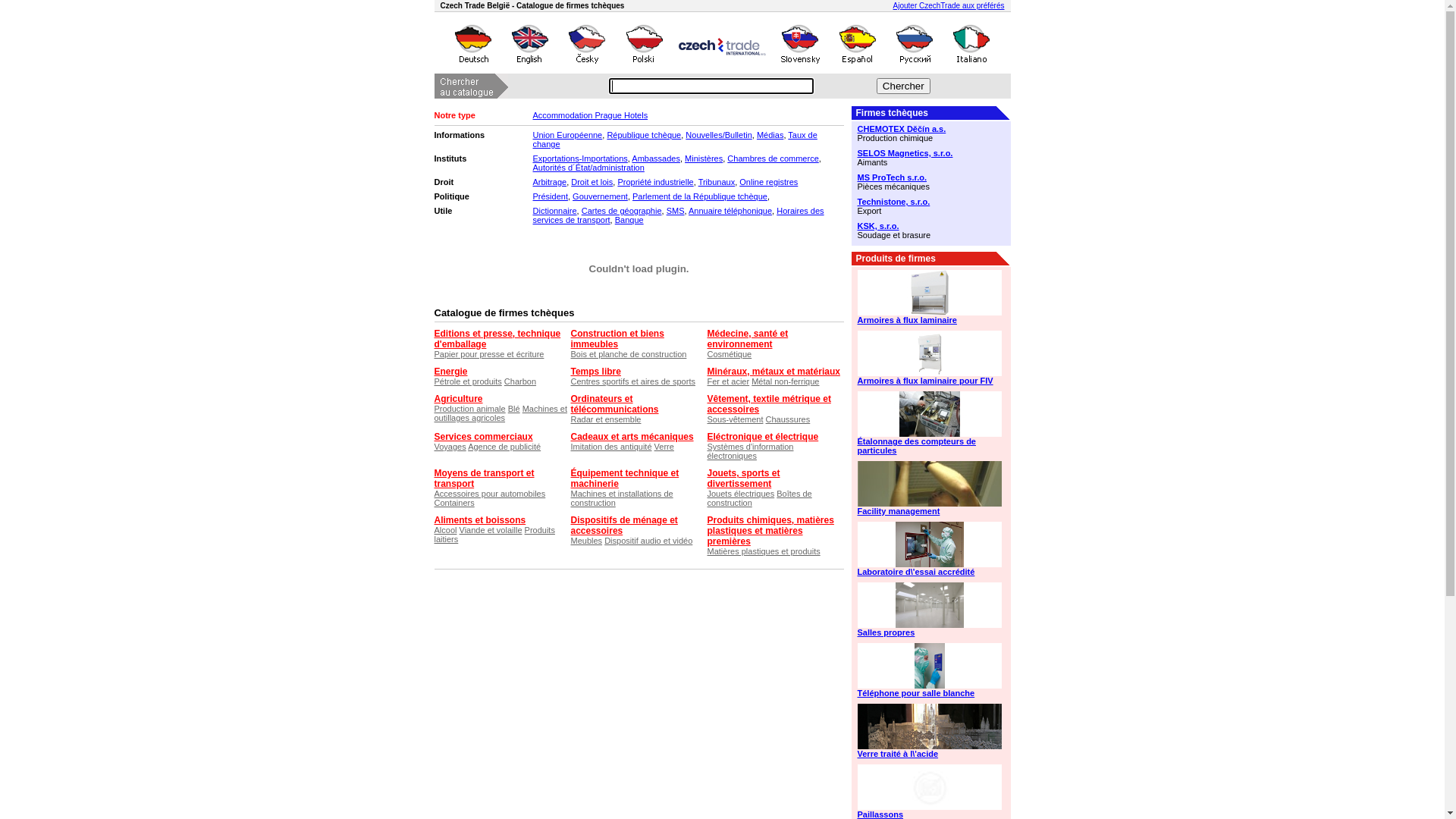 The height and width of the screenshot is (819, 1456). What do you see at coordinates (570, 540) in the screenshot?
I see `'Meubles'` at bounding box center [570, 540].